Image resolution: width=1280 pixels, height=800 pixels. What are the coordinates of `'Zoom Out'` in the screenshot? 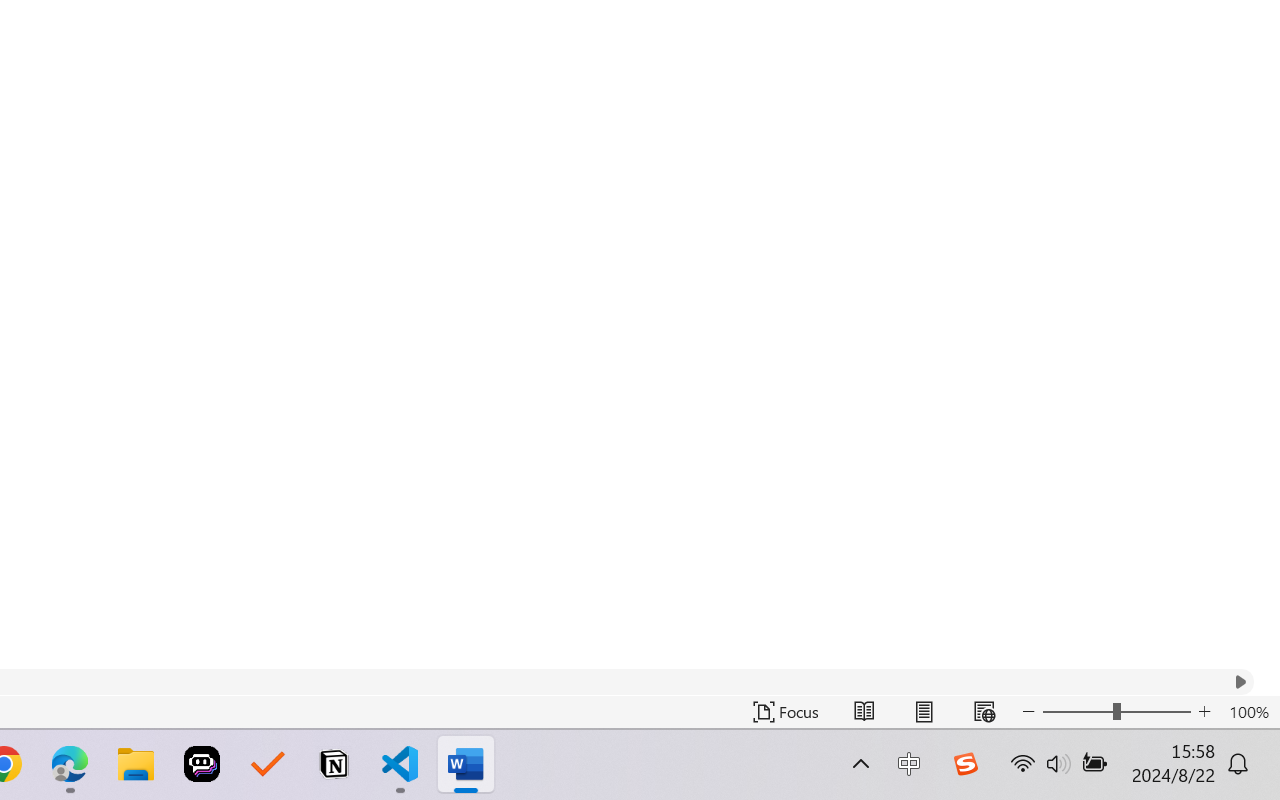 It's located at (1076, 711).